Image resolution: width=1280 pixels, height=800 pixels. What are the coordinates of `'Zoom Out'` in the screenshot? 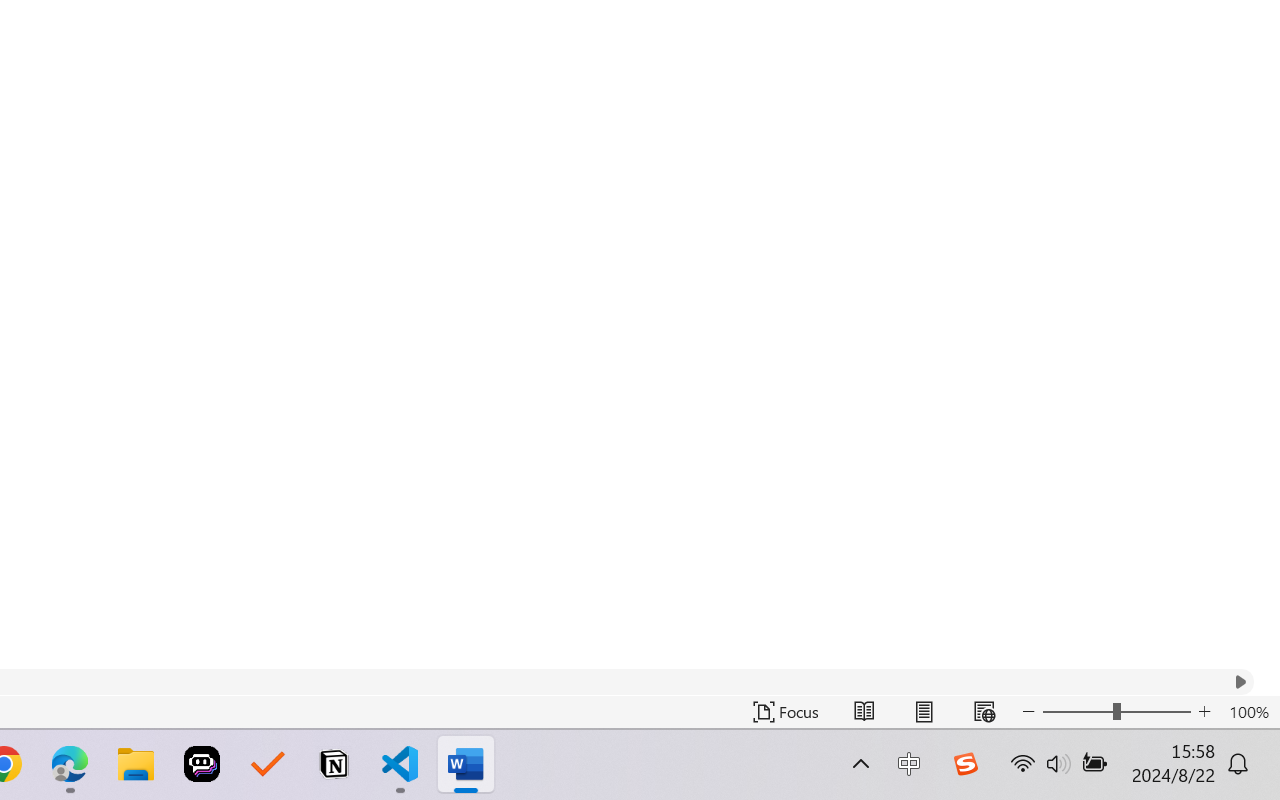 It's located at (1076, 711).